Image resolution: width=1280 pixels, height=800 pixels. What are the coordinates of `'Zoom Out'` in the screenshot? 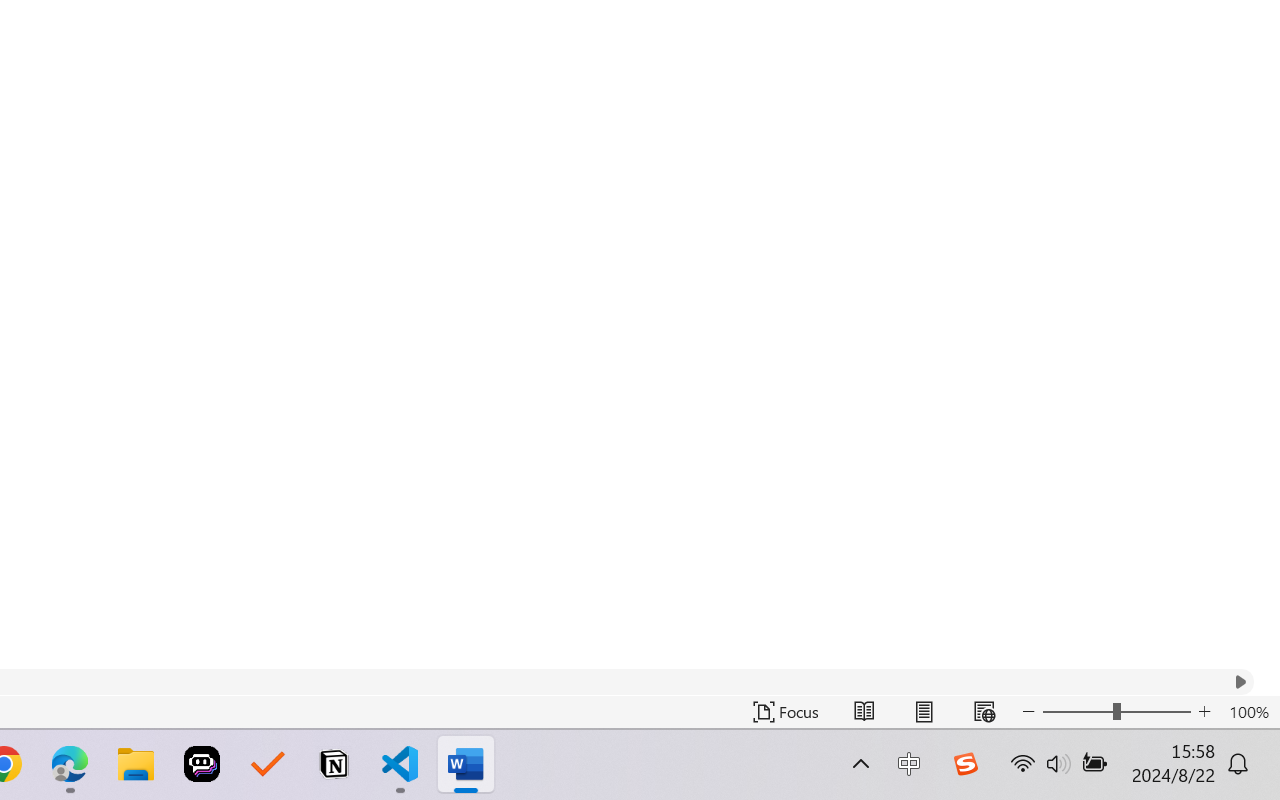 It's located at (1076, 711).